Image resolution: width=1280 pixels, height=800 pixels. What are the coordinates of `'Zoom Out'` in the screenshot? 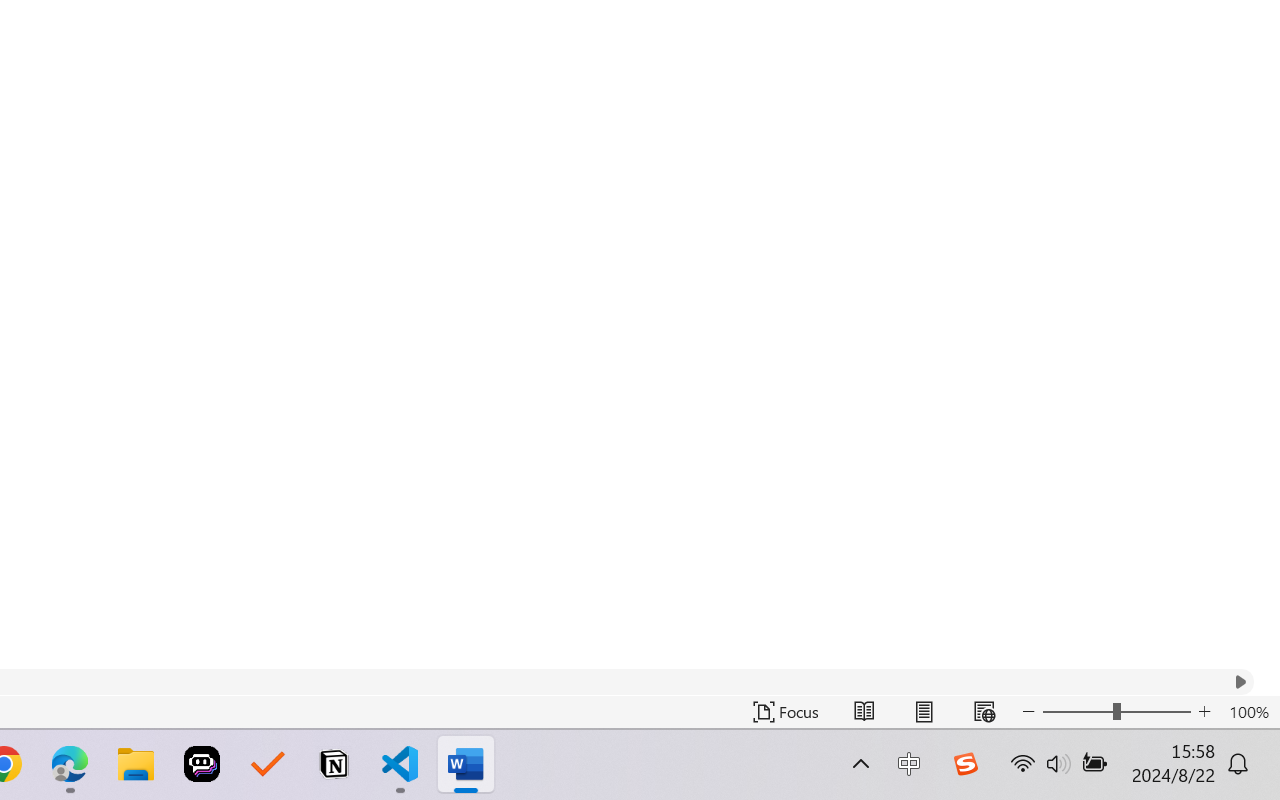 It's located at (1076, 711).